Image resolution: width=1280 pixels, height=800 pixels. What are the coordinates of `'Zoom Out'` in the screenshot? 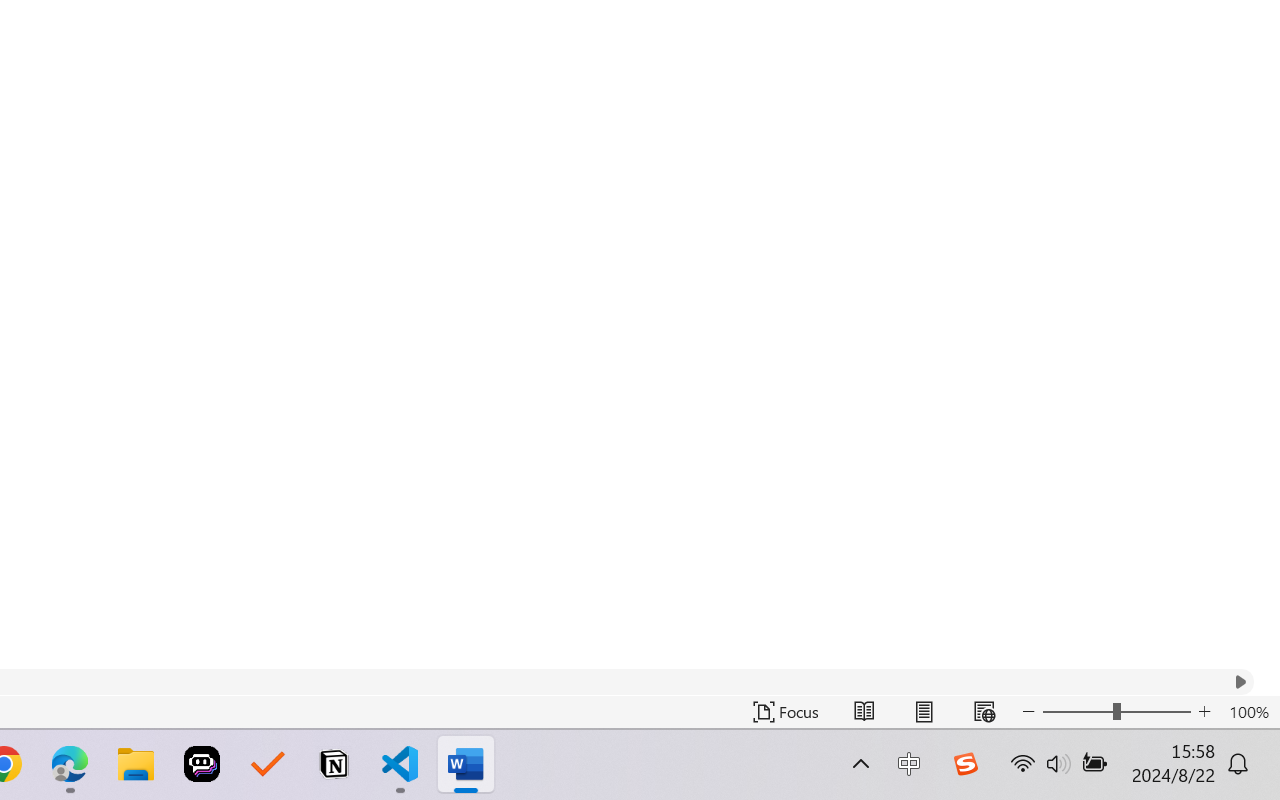 It's located at (1076, 711).